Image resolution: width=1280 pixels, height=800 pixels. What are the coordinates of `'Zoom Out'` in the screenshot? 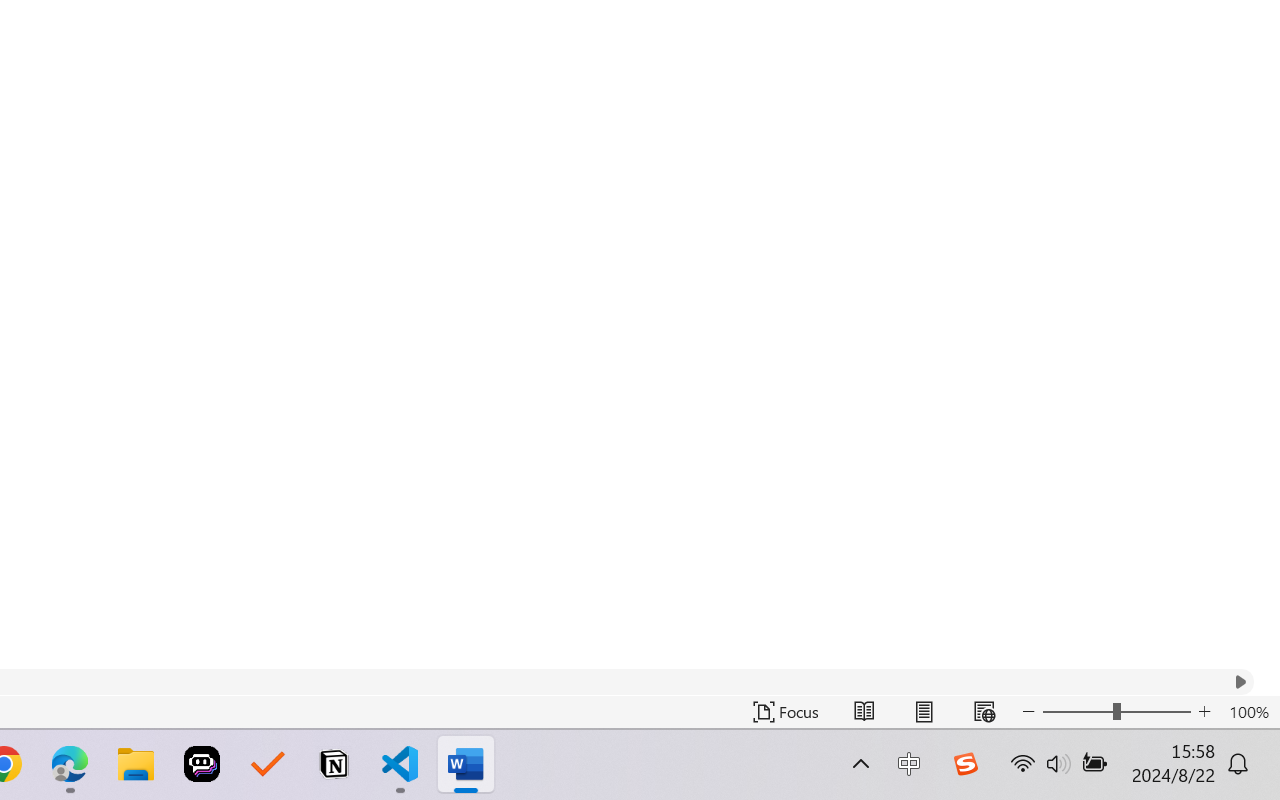 It's located at (1076, 711).